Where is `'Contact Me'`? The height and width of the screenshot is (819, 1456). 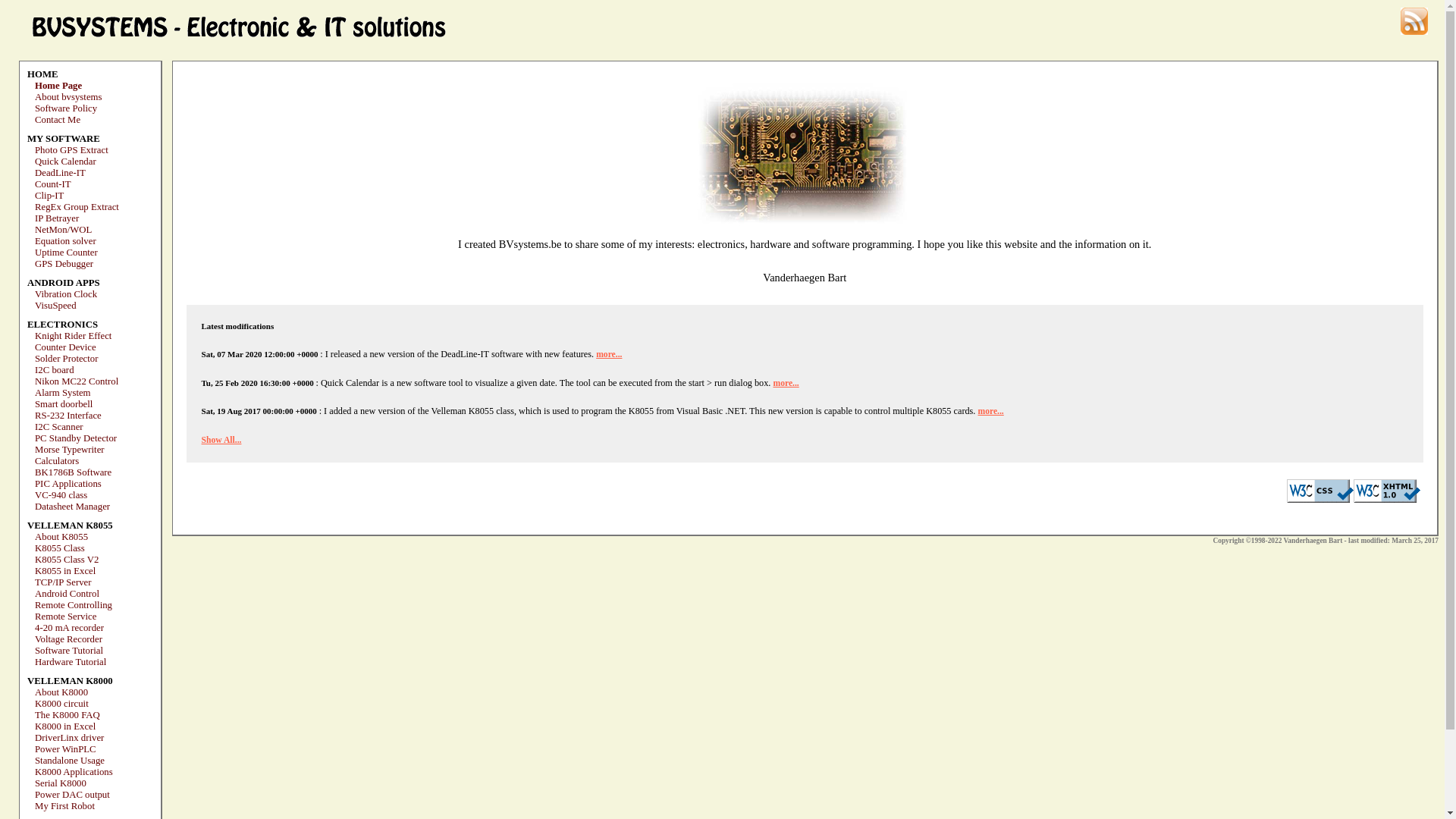 'Contact Me' is located at coordinates (58, 119).